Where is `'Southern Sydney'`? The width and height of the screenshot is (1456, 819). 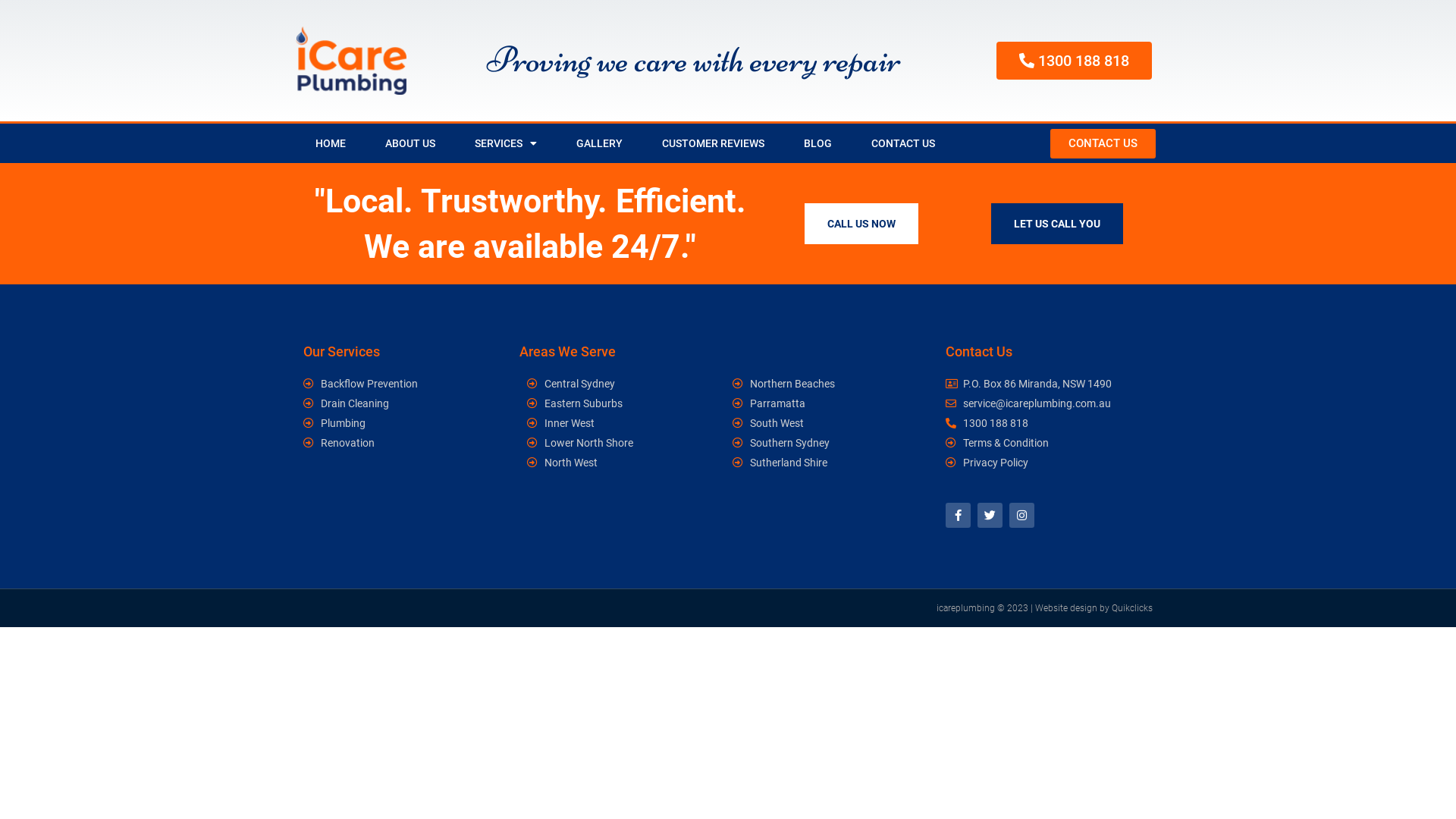 'Southern Sydney' is located at coordinates (732, 442).